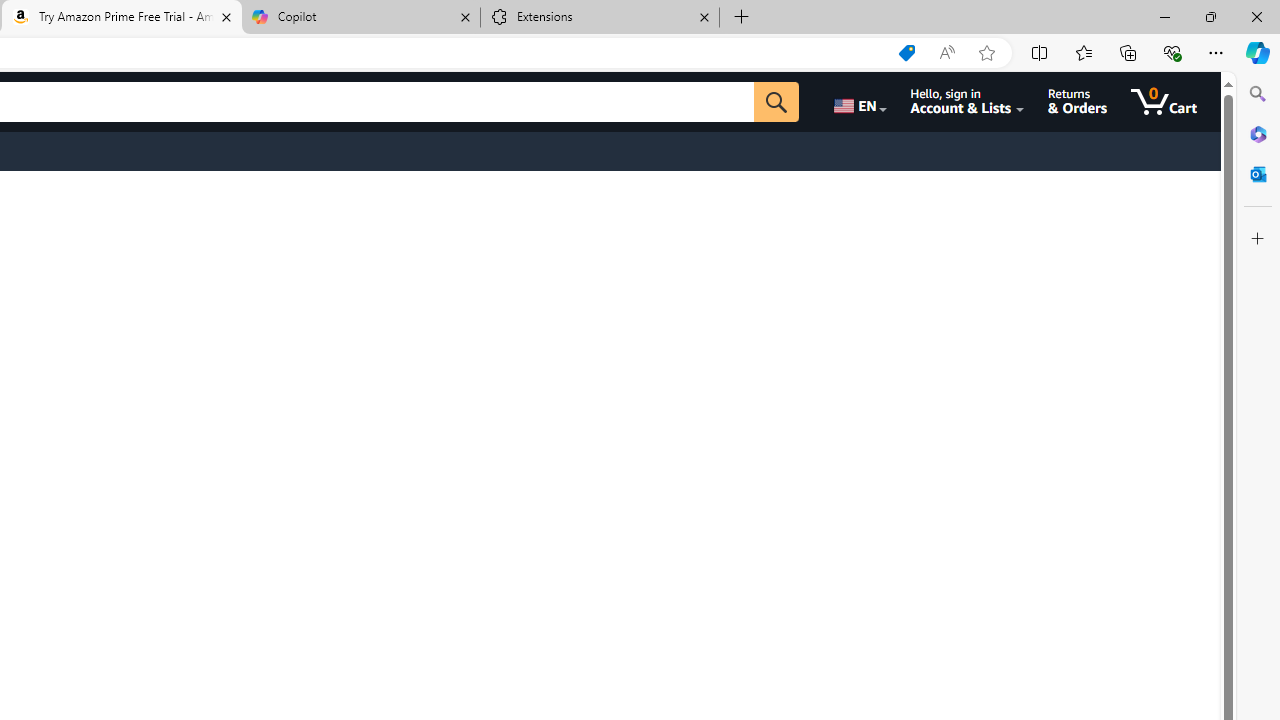 The height and width of the screenshot is (720, 1280). What do you see at coordinates (858, 101) in the screenshot?
I see `'Choose a language for shopping.'` at bounding box center [858, 101].